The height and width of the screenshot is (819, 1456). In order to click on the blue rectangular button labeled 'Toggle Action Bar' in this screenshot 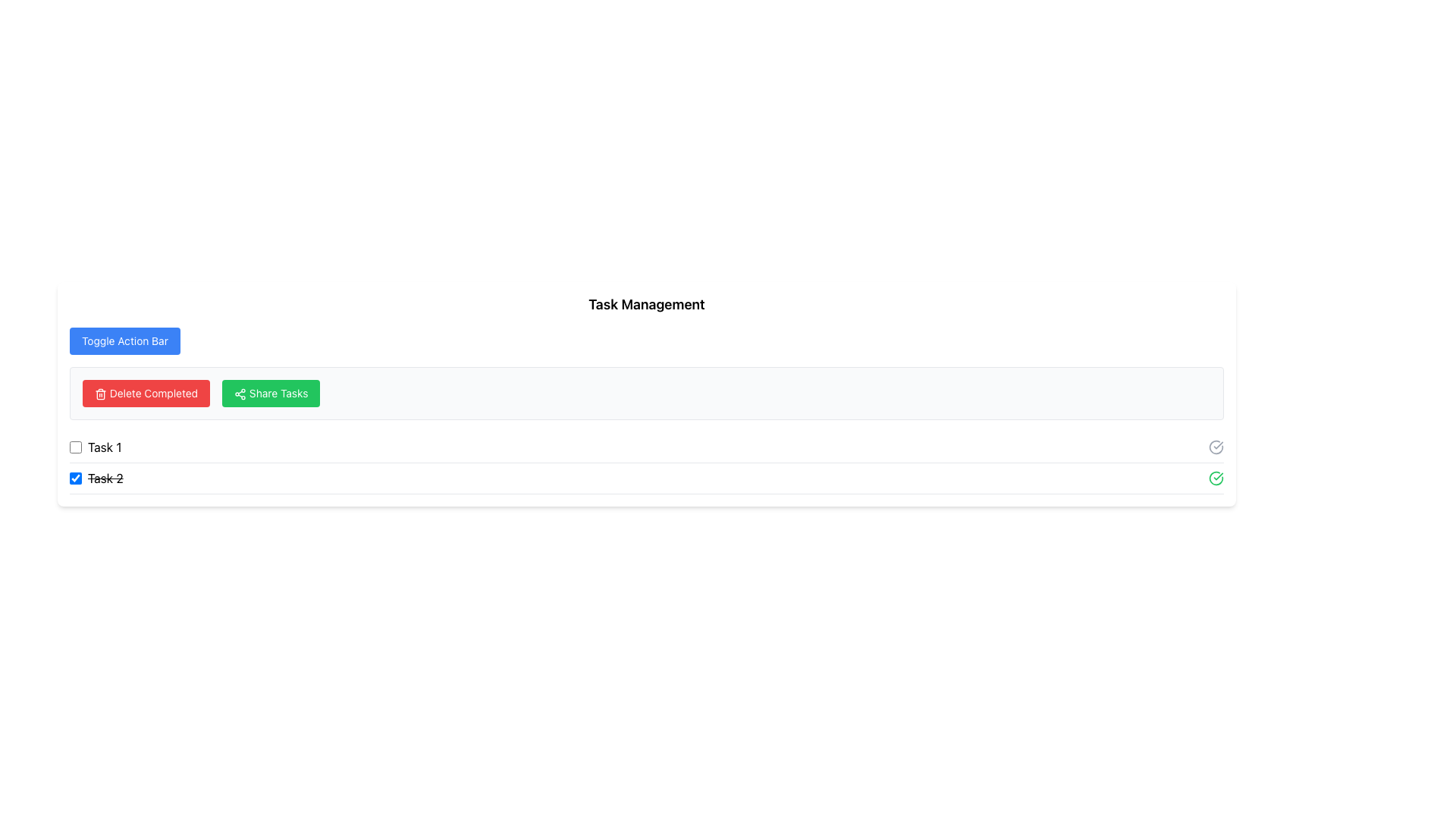, I will do `click(124, 341)`.